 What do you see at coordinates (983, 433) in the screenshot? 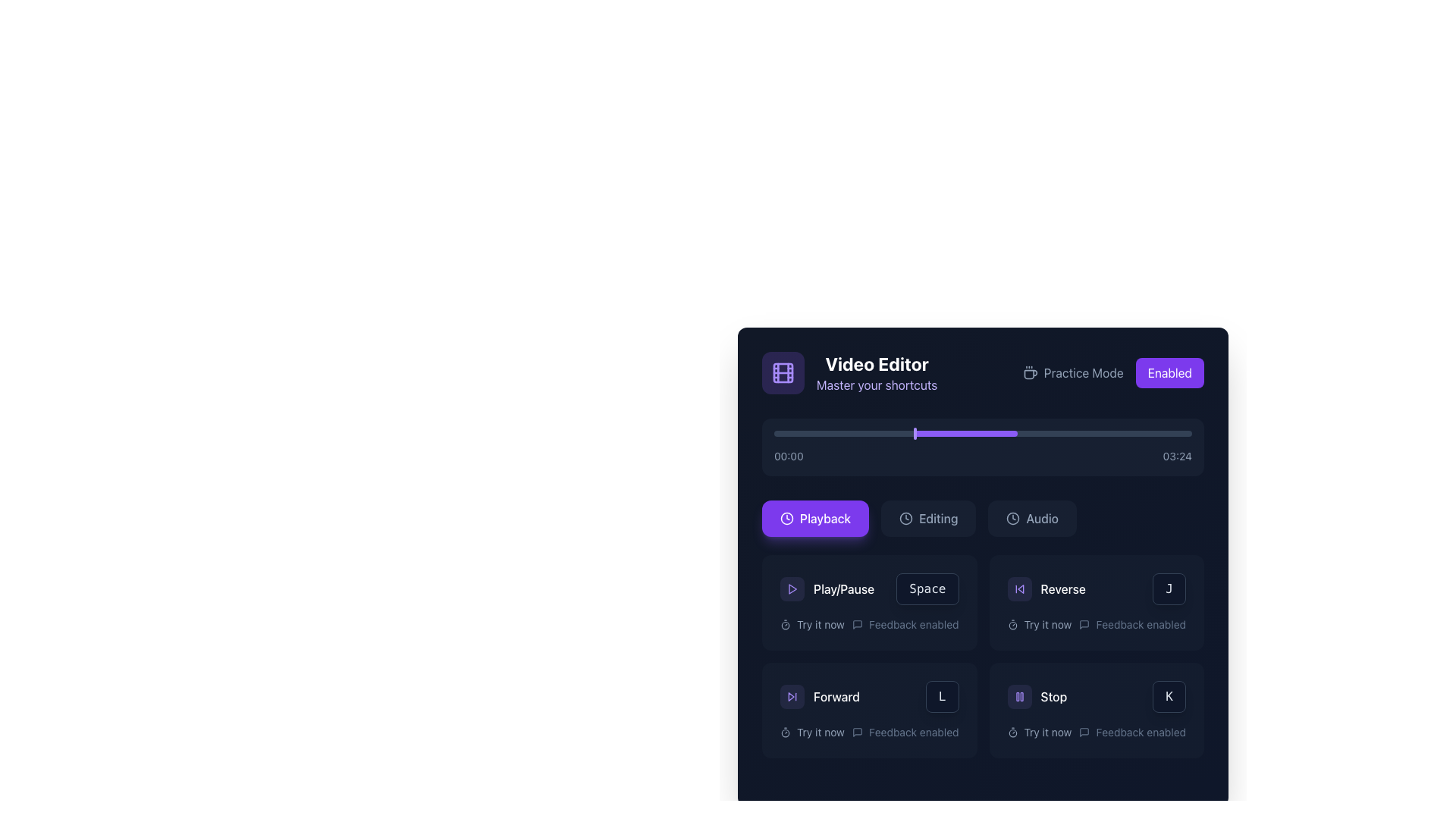
I see `the horizontal progress bar located below the 'Video Editor' title and options like 'Practice Mode', which features a dark gray background and a violet progress section` at bounding box center [983, 433].